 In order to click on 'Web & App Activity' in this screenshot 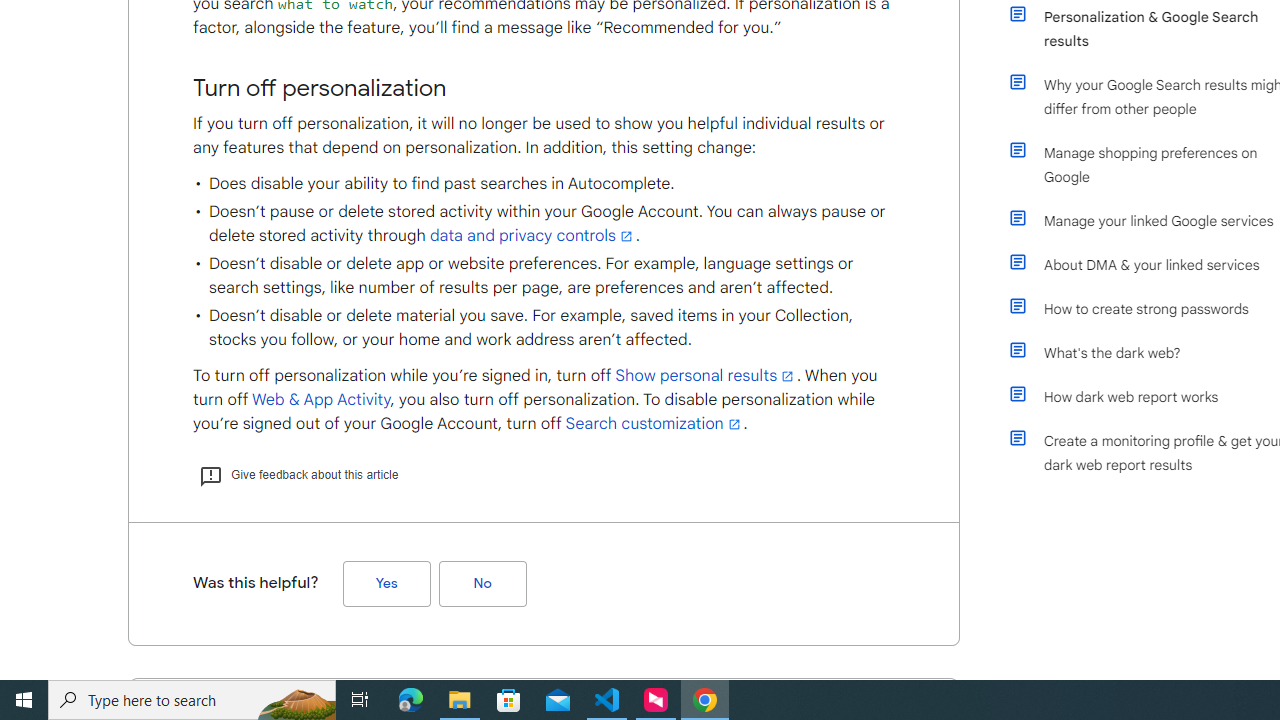, I will do `click(320, 399)`.